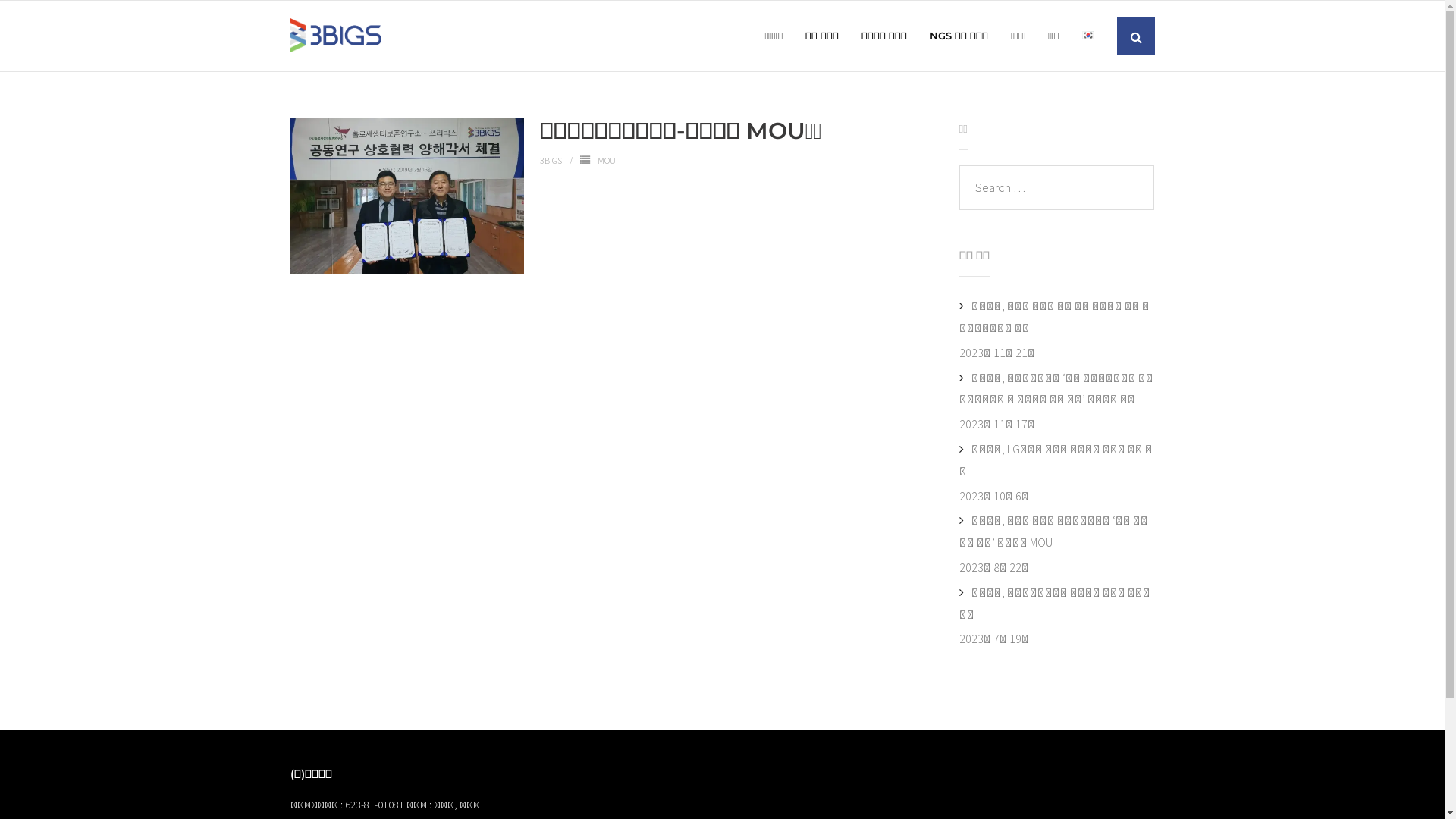  I want to click on 'Search', so click(39, 22).